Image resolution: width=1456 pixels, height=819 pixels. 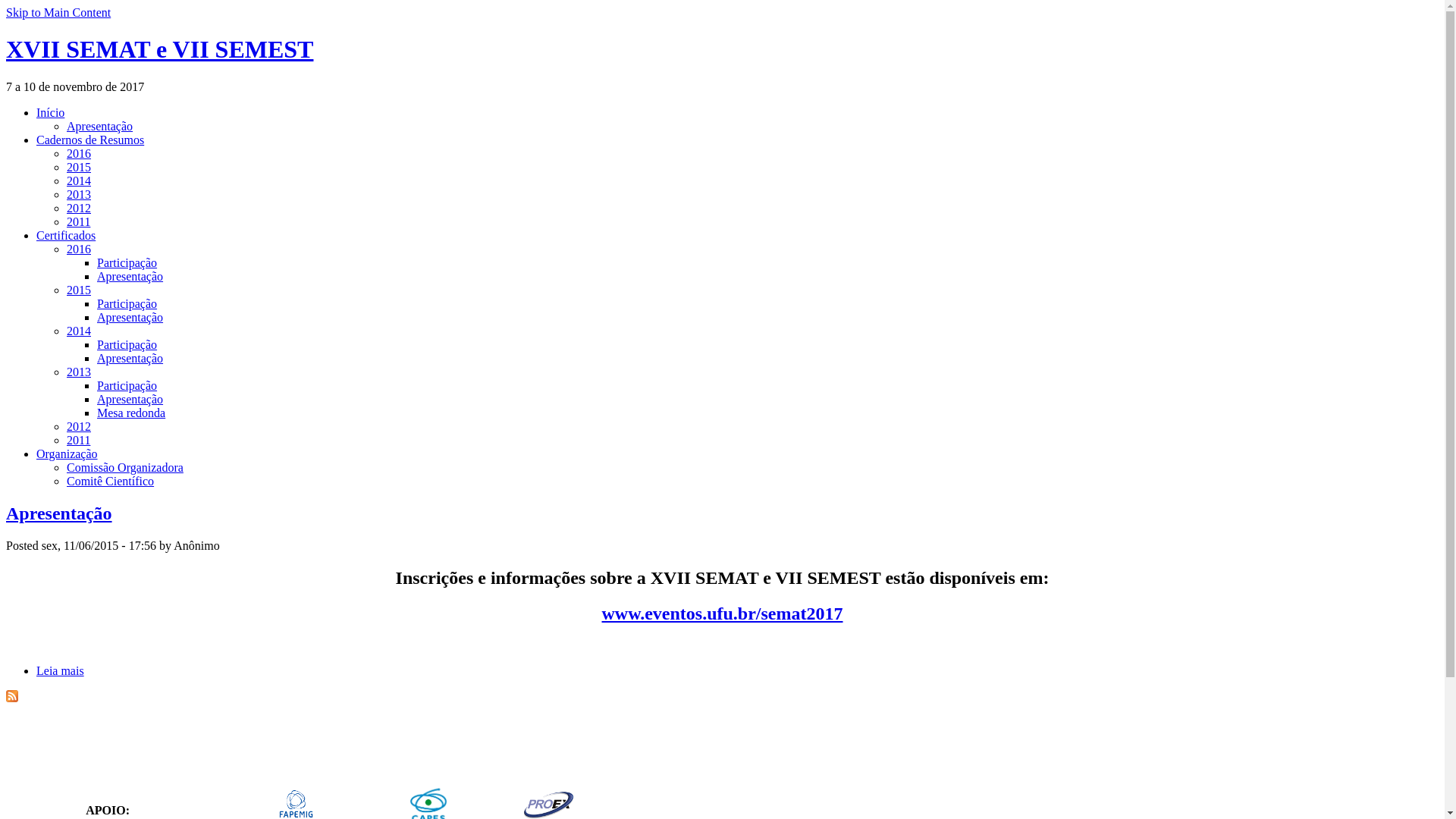 I want to click on '2015', so click(x=65, y=167).